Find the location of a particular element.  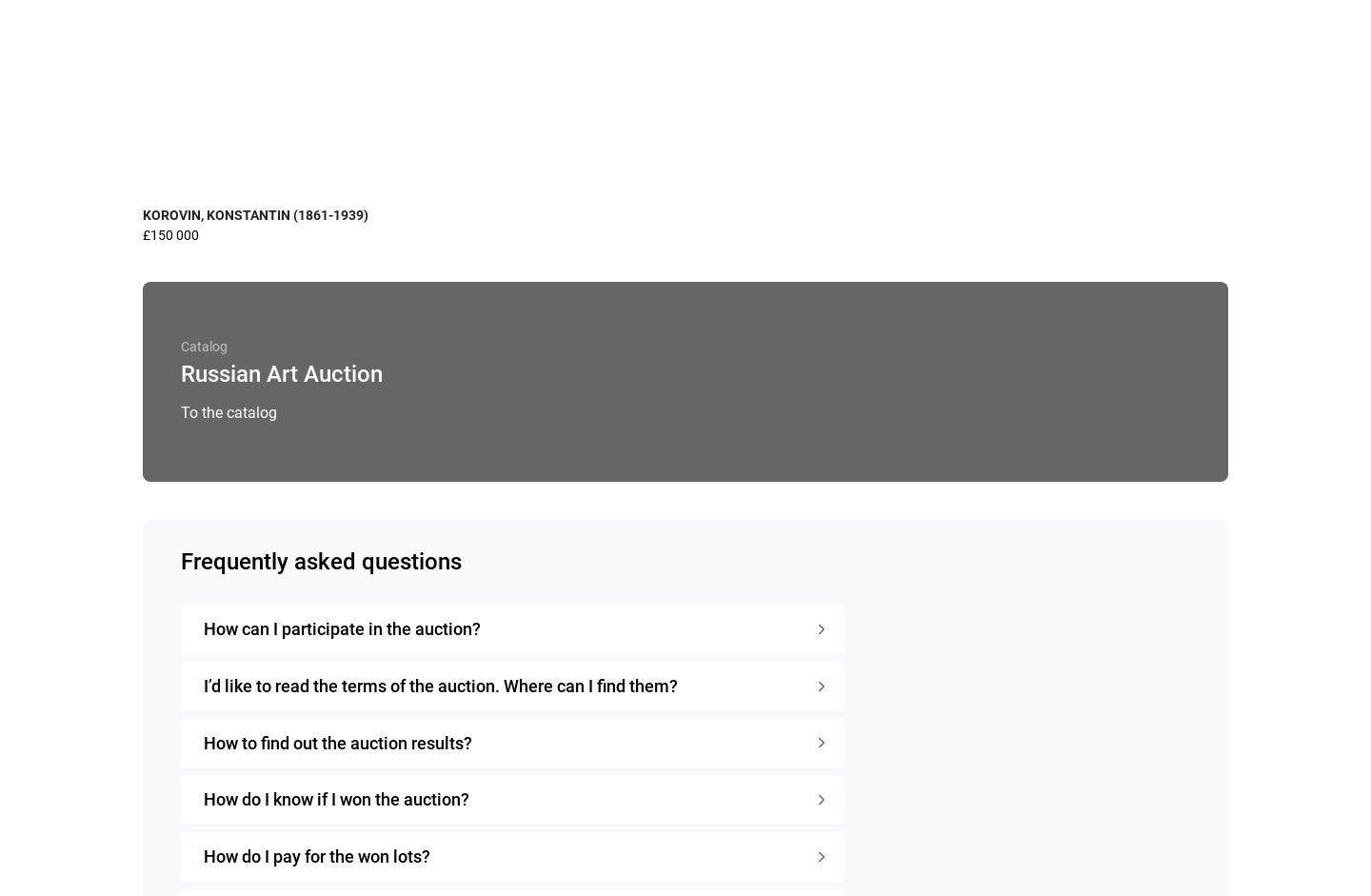

'£1 500' is located at coordinates (1227, 234).